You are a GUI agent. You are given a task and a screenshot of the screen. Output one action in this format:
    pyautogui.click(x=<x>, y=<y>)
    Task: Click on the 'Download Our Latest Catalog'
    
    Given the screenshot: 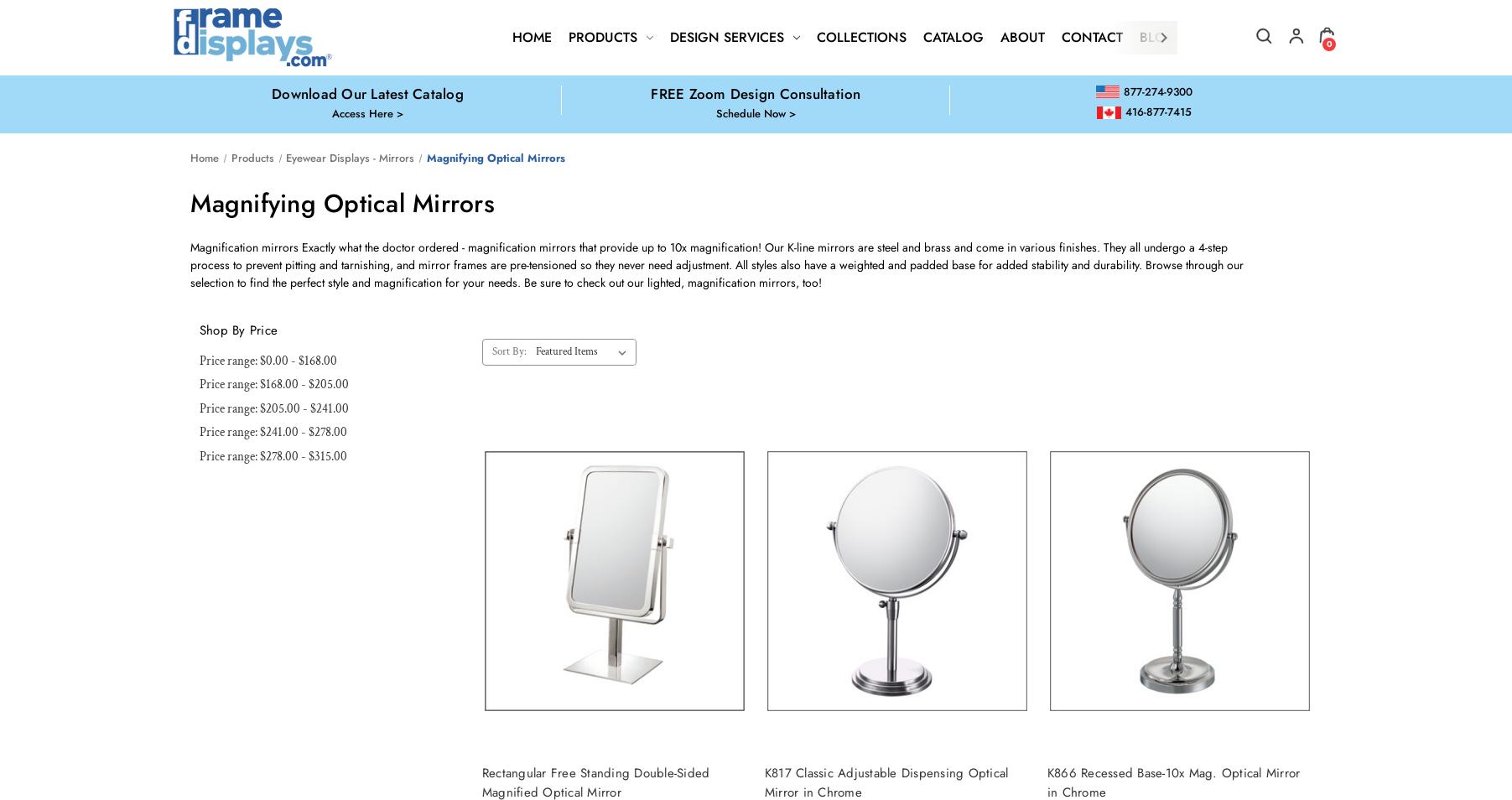 What is the action you would take?
    pyautogui.click(x=271, y=92)
    